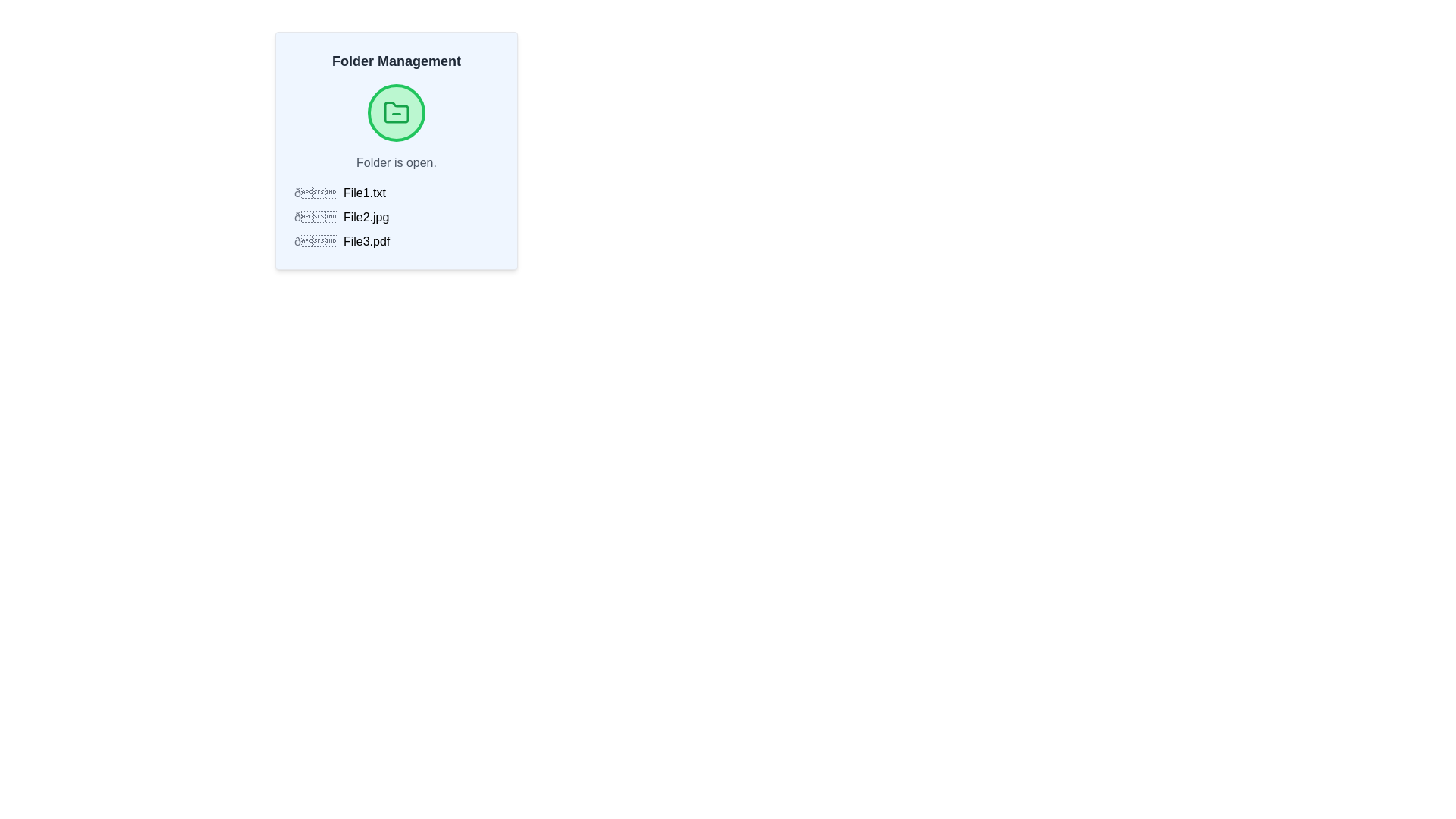 The height and width of the screenshot is (819, 1456). I want to click on the list item representing 'File3.pdf', so click(397, 241).